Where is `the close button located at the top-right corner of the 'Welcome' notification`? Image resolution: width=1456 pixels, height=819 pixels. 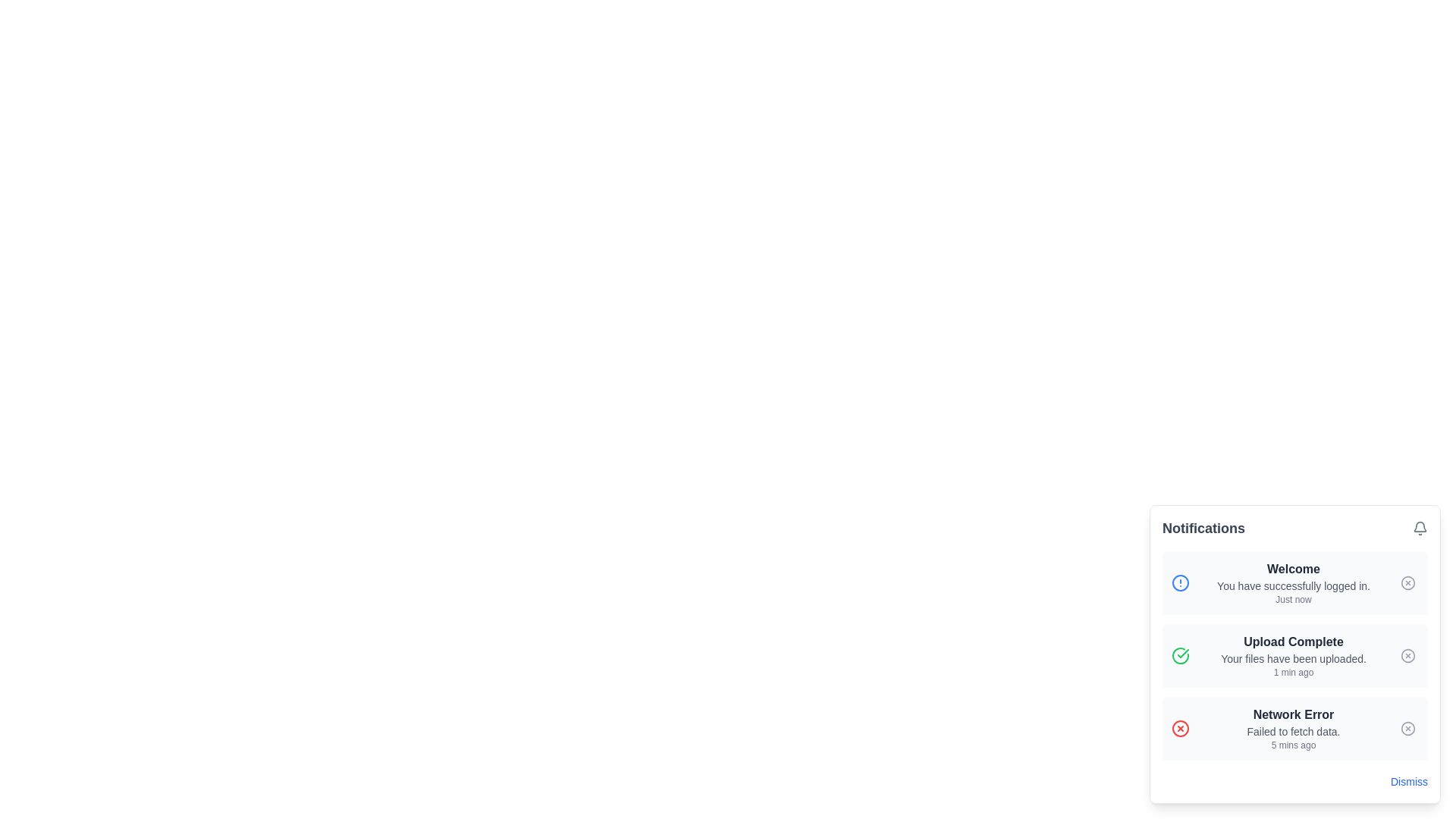
the close button located at the top-right corner of the 'Welcome' notification is located at coordinates (1407, 582).